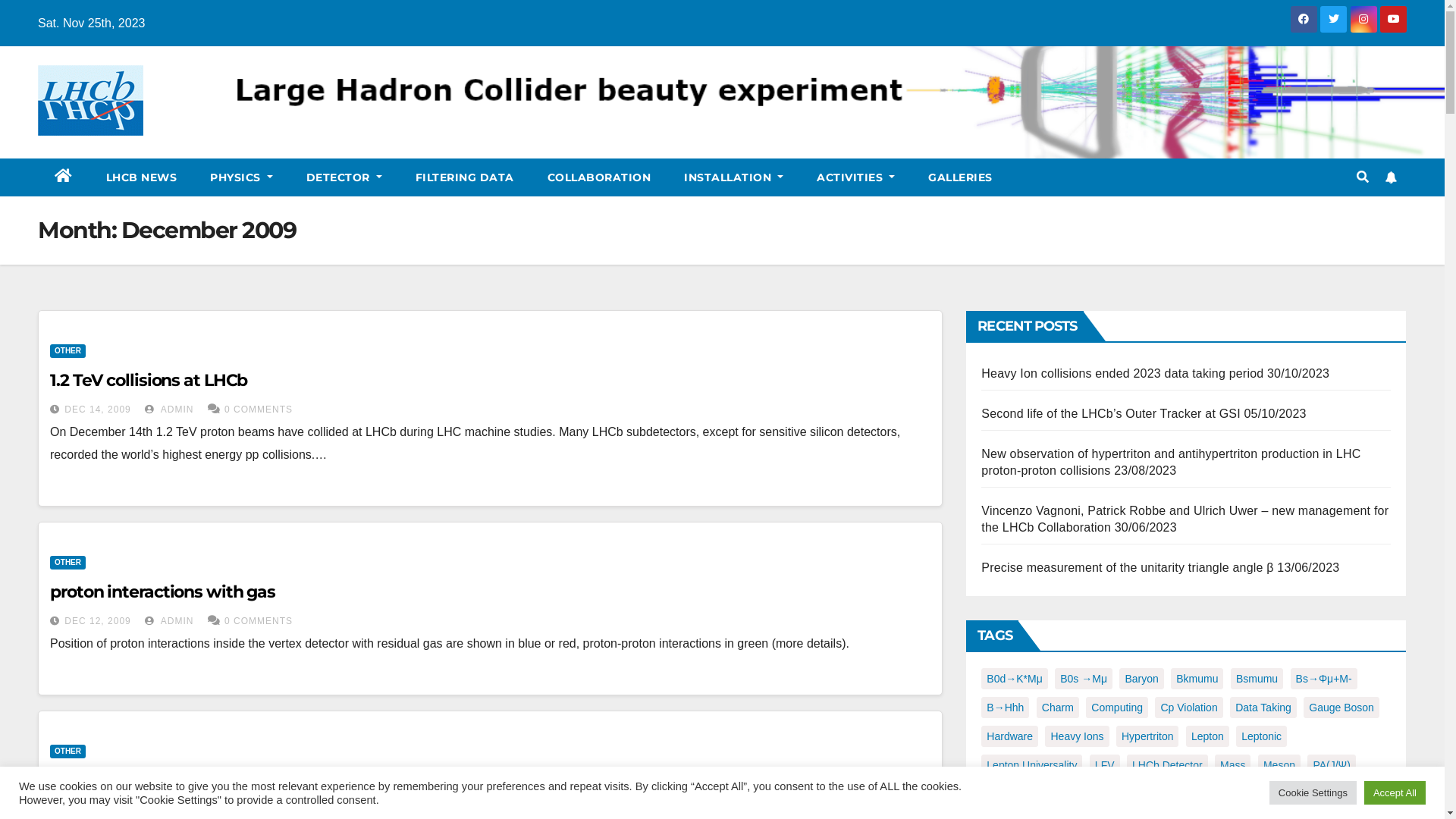 The height and width of the screenshot is (819, 1456). Describe the element at coordinates (1073, 792) in the screenshot. I see `'PHe'` at that location.